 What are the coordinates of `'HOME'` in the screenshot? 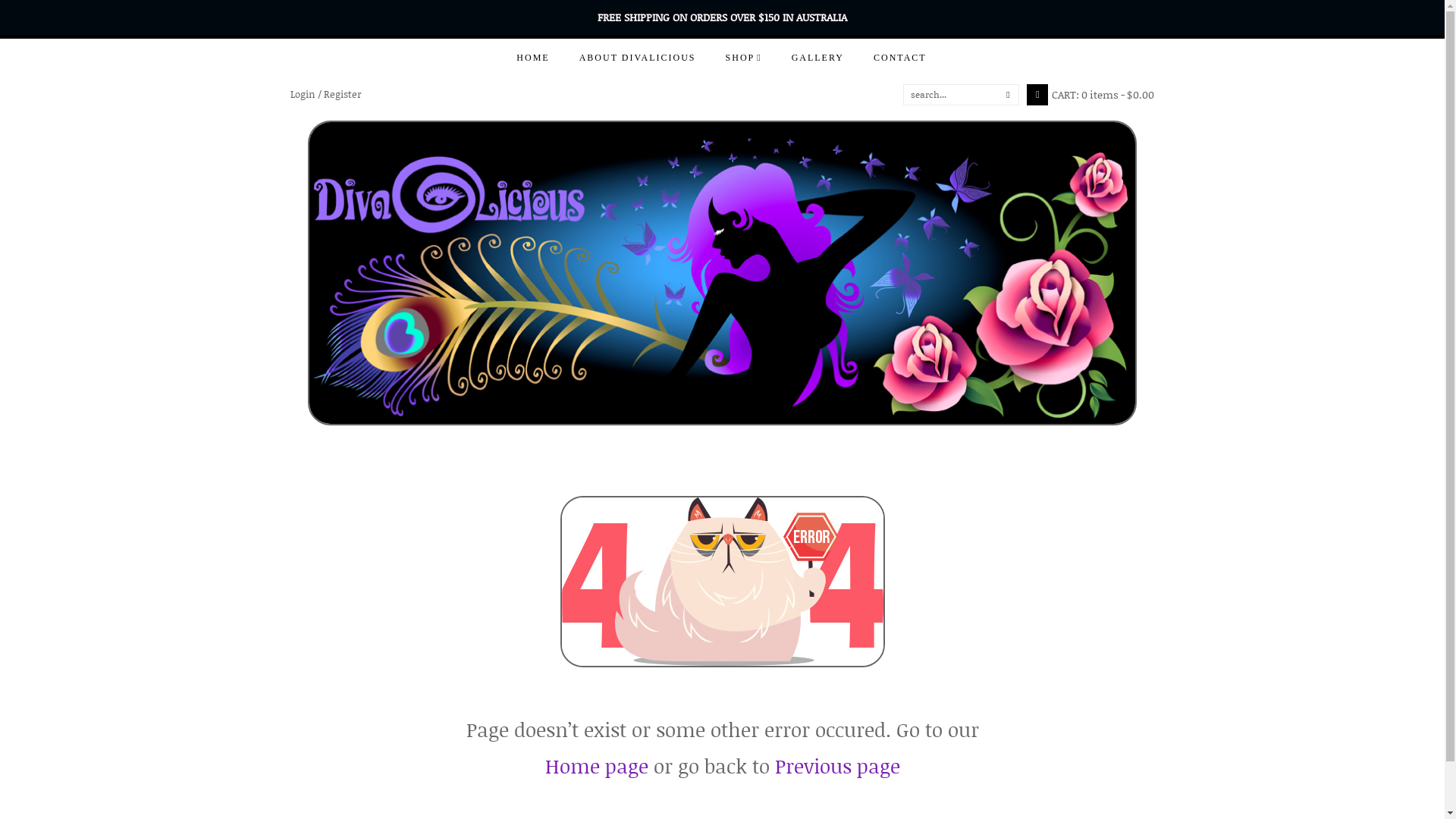 It's located at (532, 57).